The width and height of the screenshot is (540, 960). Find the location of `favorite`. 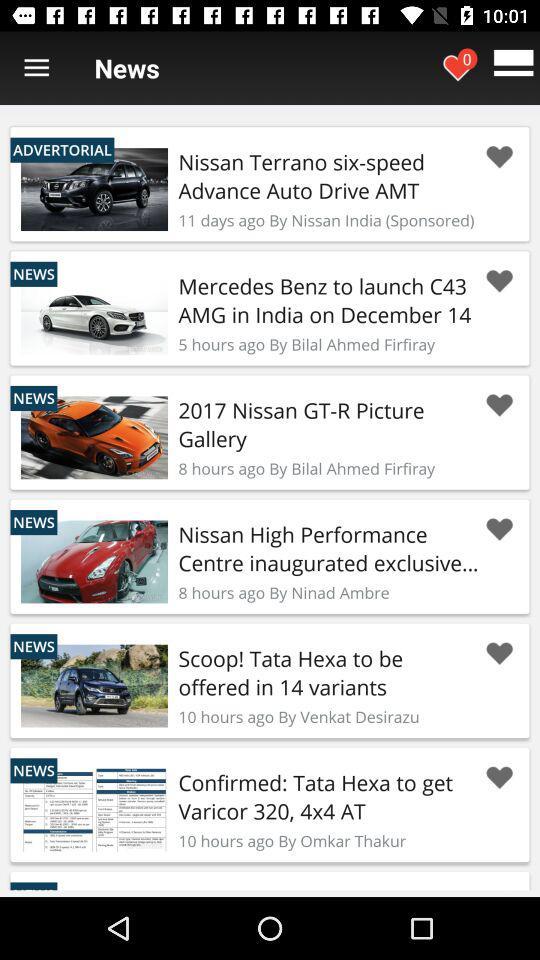

favorite is located at coordinates (498, 776).